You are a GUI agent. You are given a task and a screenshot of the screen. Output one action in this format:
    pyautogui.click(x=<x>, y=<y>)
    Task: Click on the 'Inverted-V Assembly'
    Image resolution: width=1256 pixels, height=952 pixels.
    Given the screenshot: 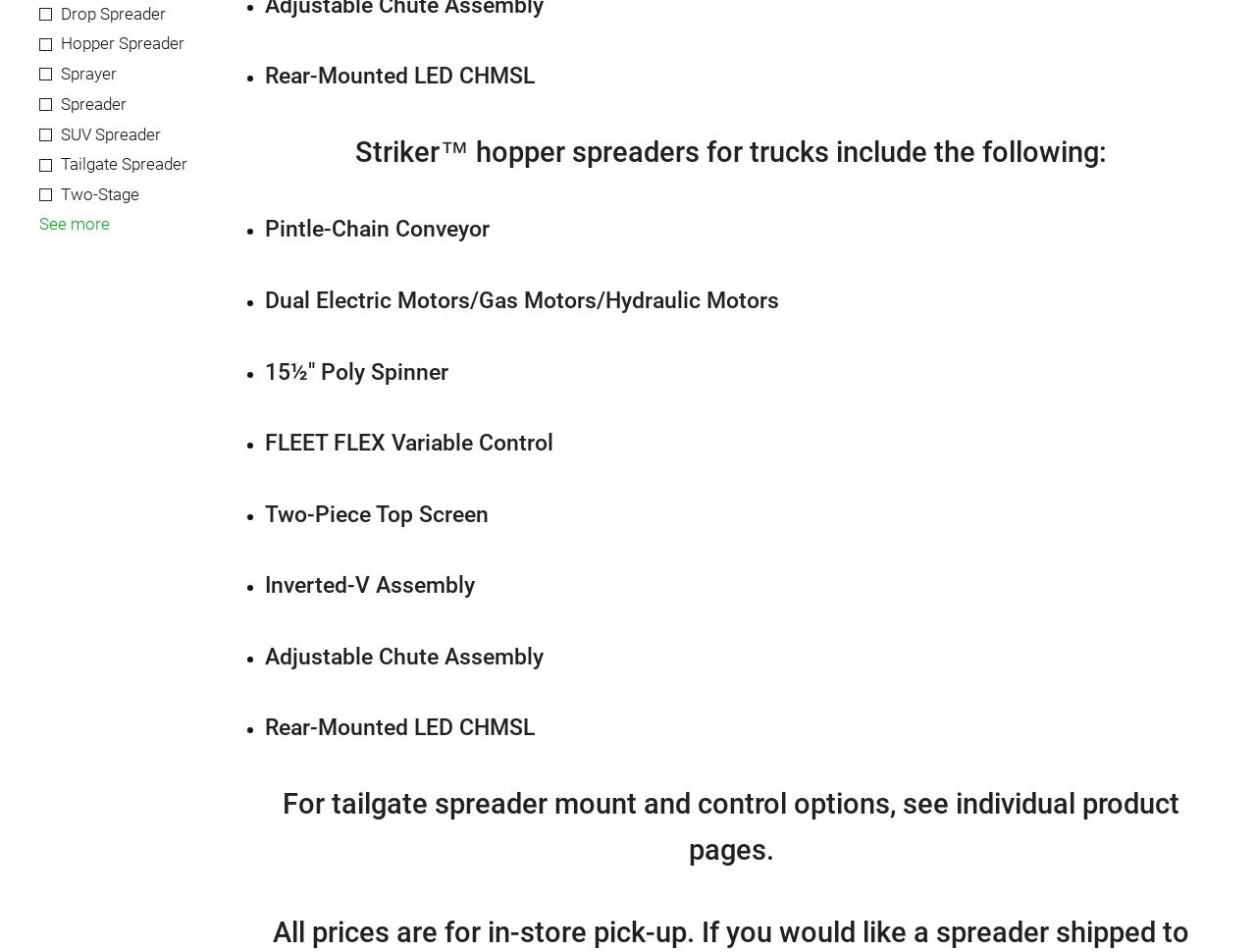 What is the action you would take?
    pyautogui.click(x=263, y=584)
    